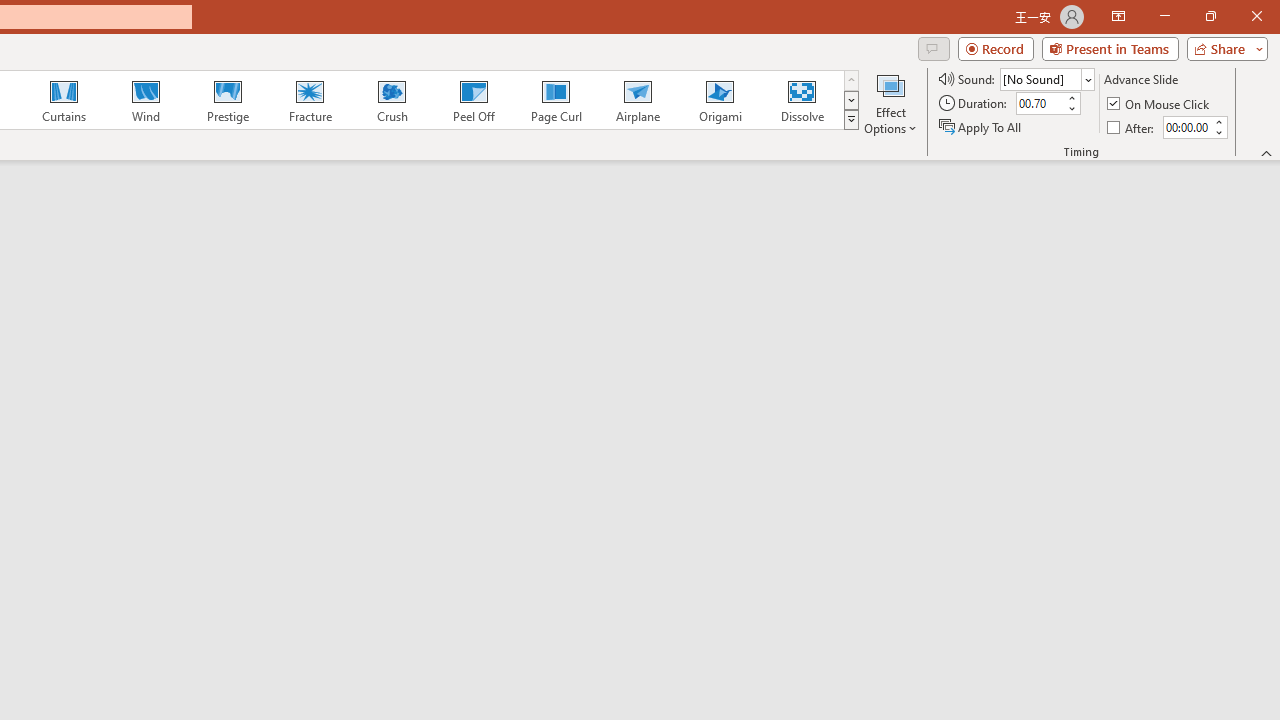 The height and width of the screenshot is (720, 1280). What do you see at coordinates (720, 100) in the screenshot?
I see `'Origami'` at bounding box center [720, 100].